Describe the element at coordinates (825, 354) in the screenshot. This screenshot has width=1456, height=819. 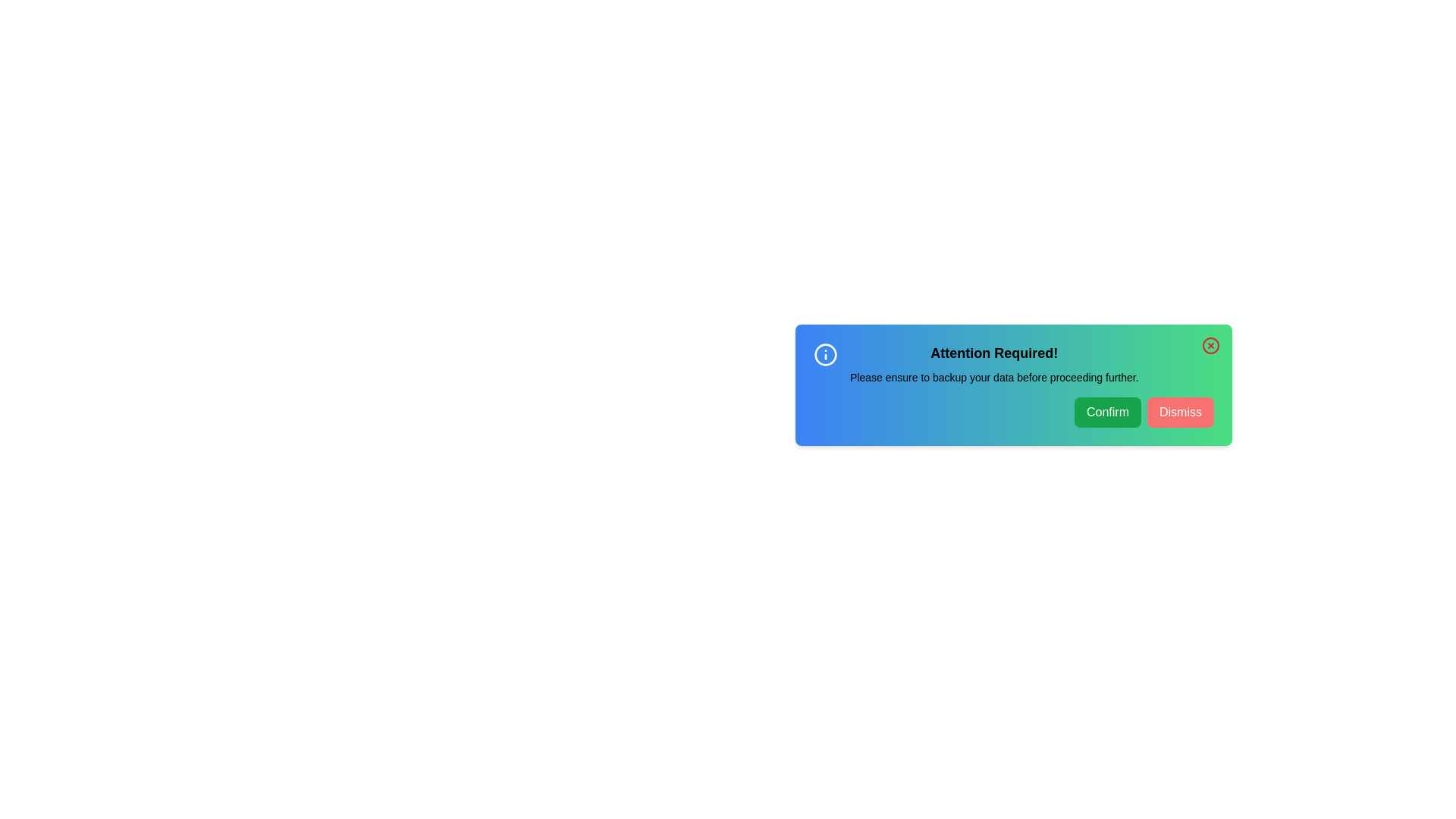
I see `the informational icon to interact with it` at that location.